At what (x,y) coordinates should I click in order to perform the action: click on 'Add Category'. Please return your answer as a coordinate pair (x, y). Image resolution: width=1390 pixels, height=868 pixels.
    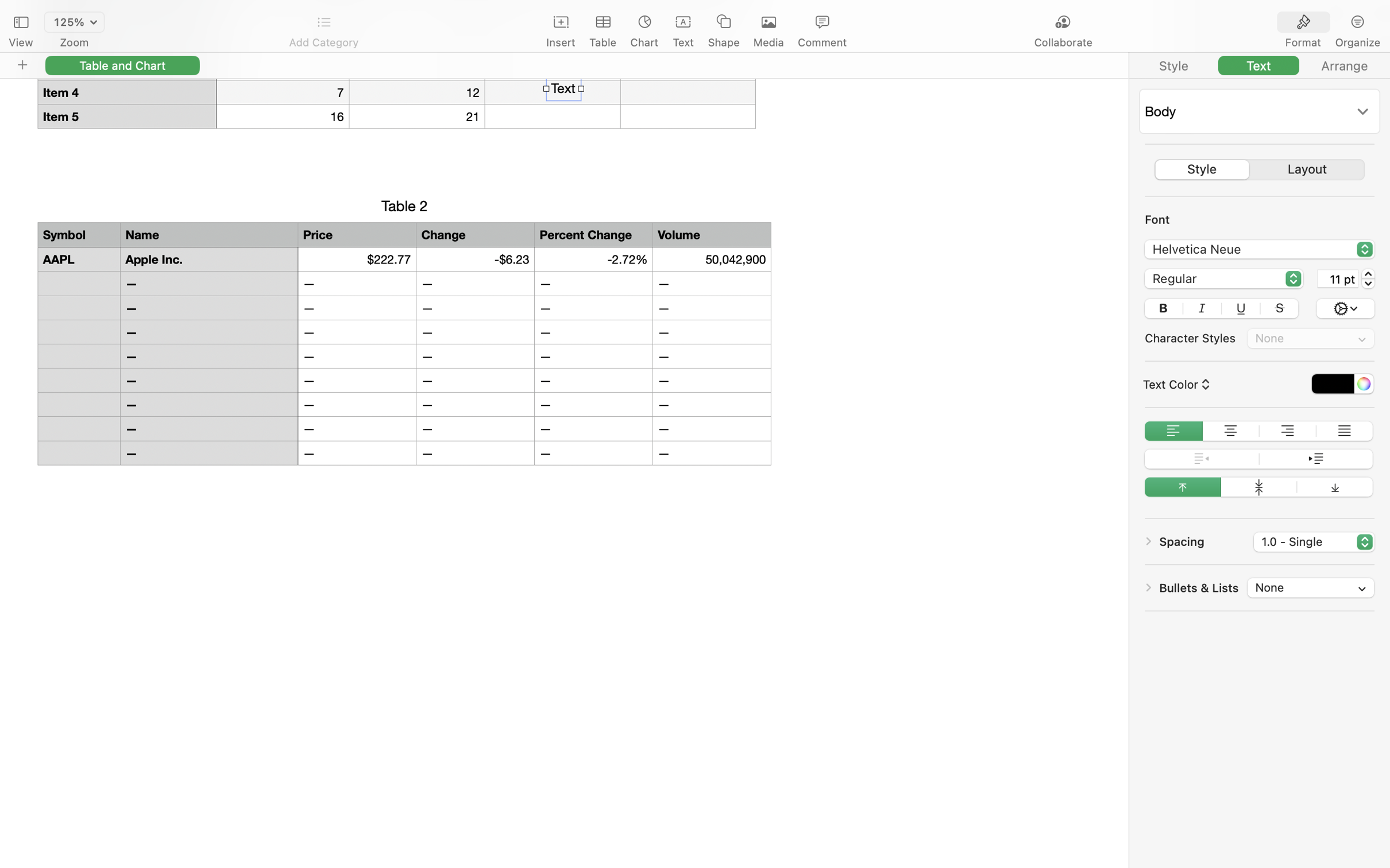
    Looking at the image, I should click on (322, 42).